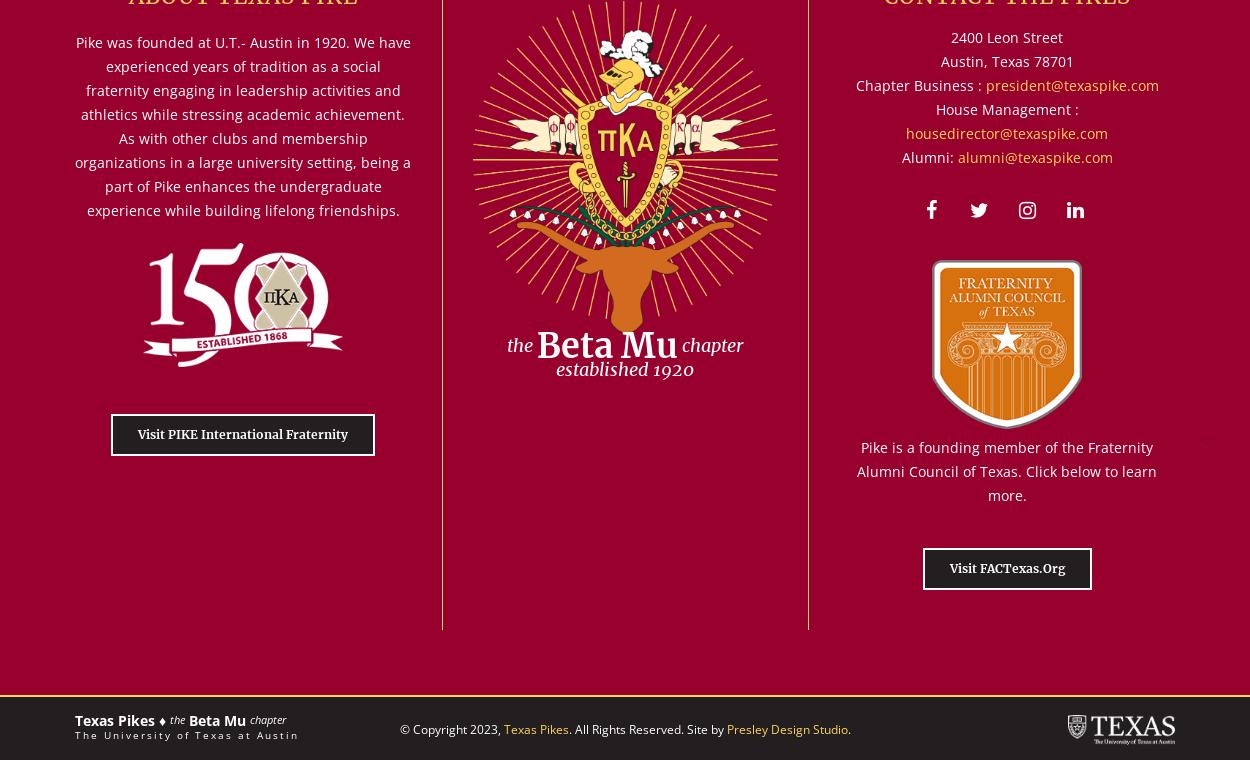 This screenshot has height=760, width=1250. I want to click on 'Pike is a founding member of the Fraternity Alumni Council of Texas. Click below to learn more.', so click(1007, 469).